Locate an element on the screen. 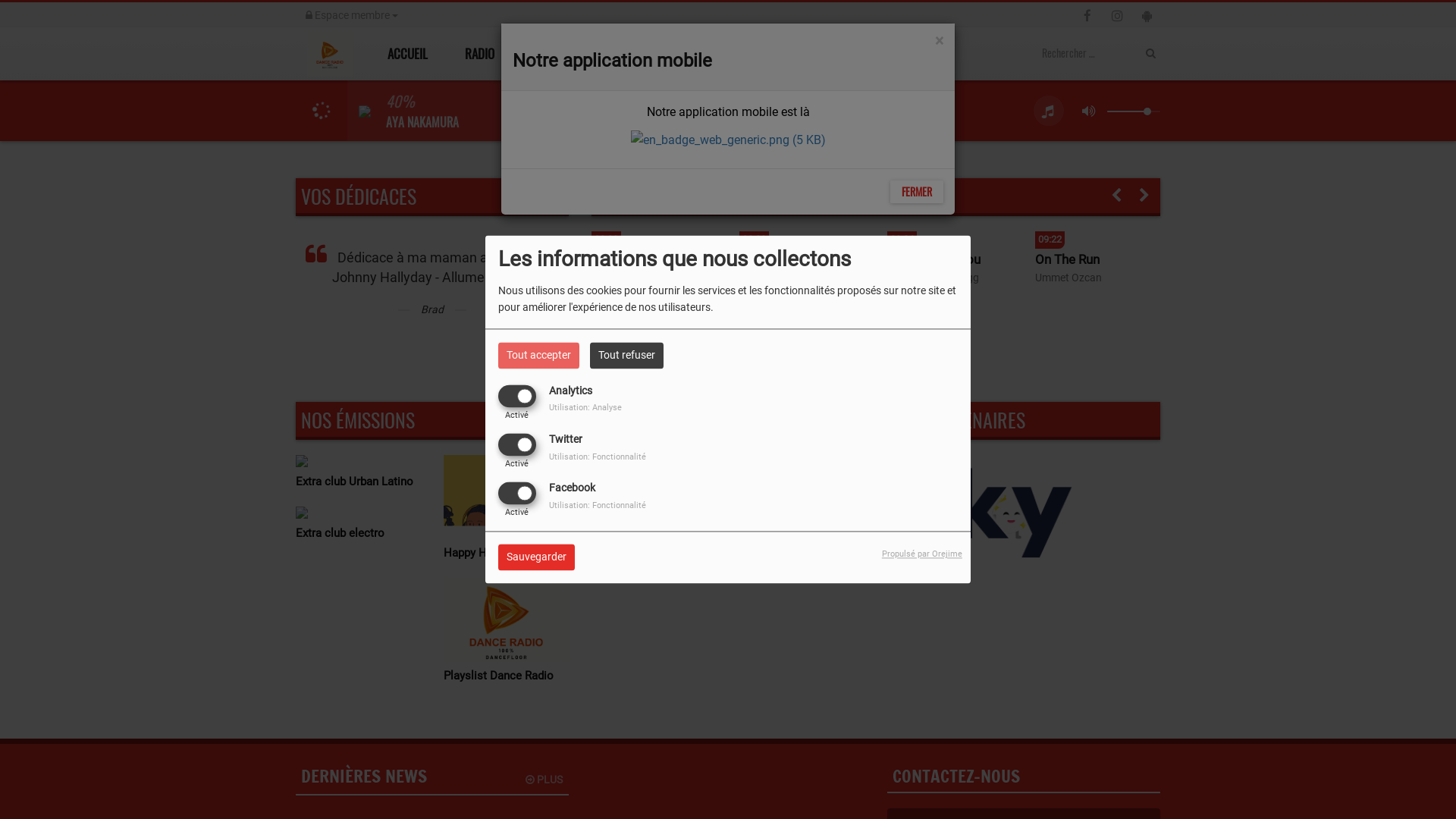  '09:22' is located at coordinates (1097, 237).